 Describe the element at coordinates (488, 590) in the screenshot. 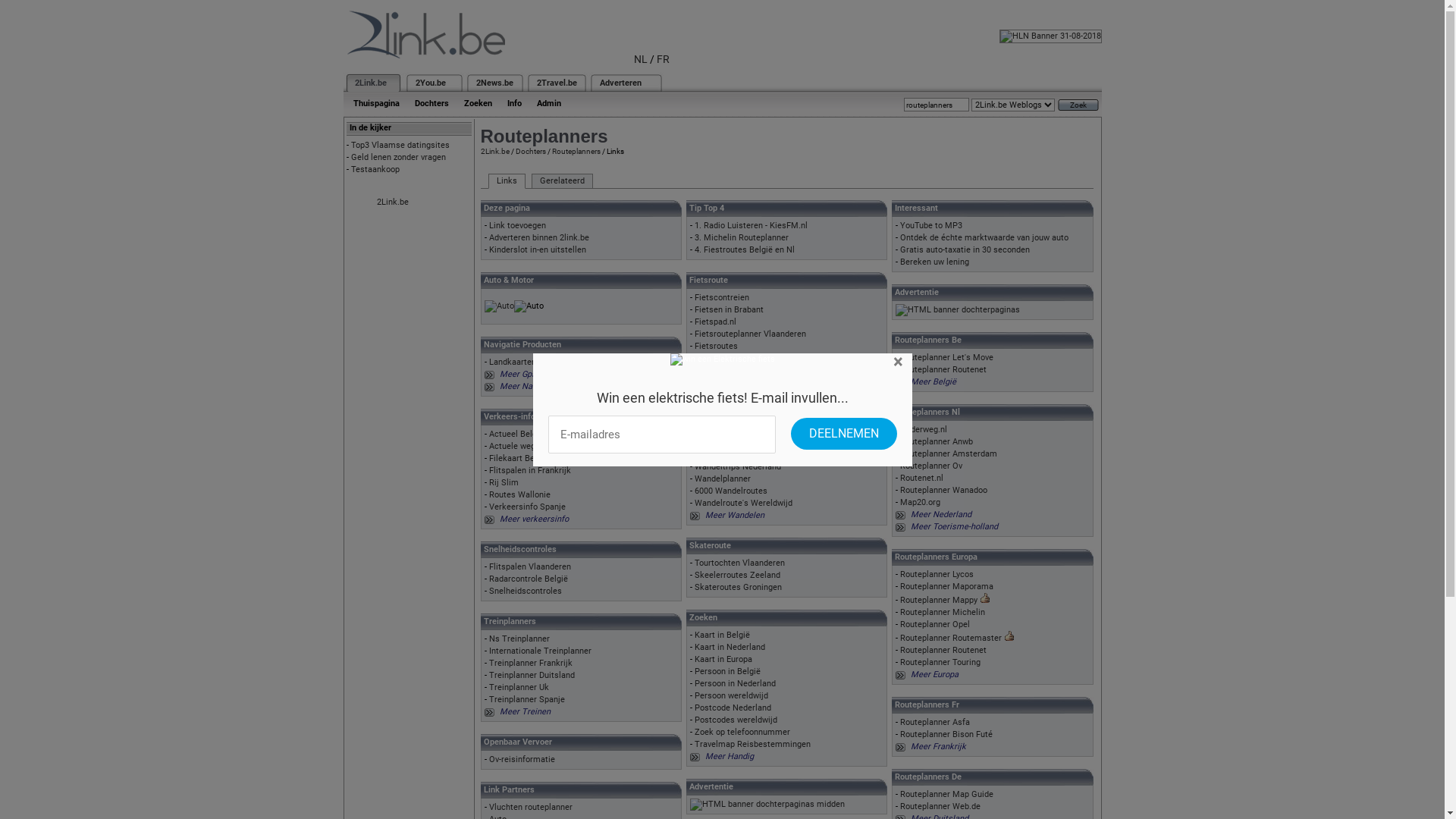

I see `'Snelheidscontroles'` at that location.